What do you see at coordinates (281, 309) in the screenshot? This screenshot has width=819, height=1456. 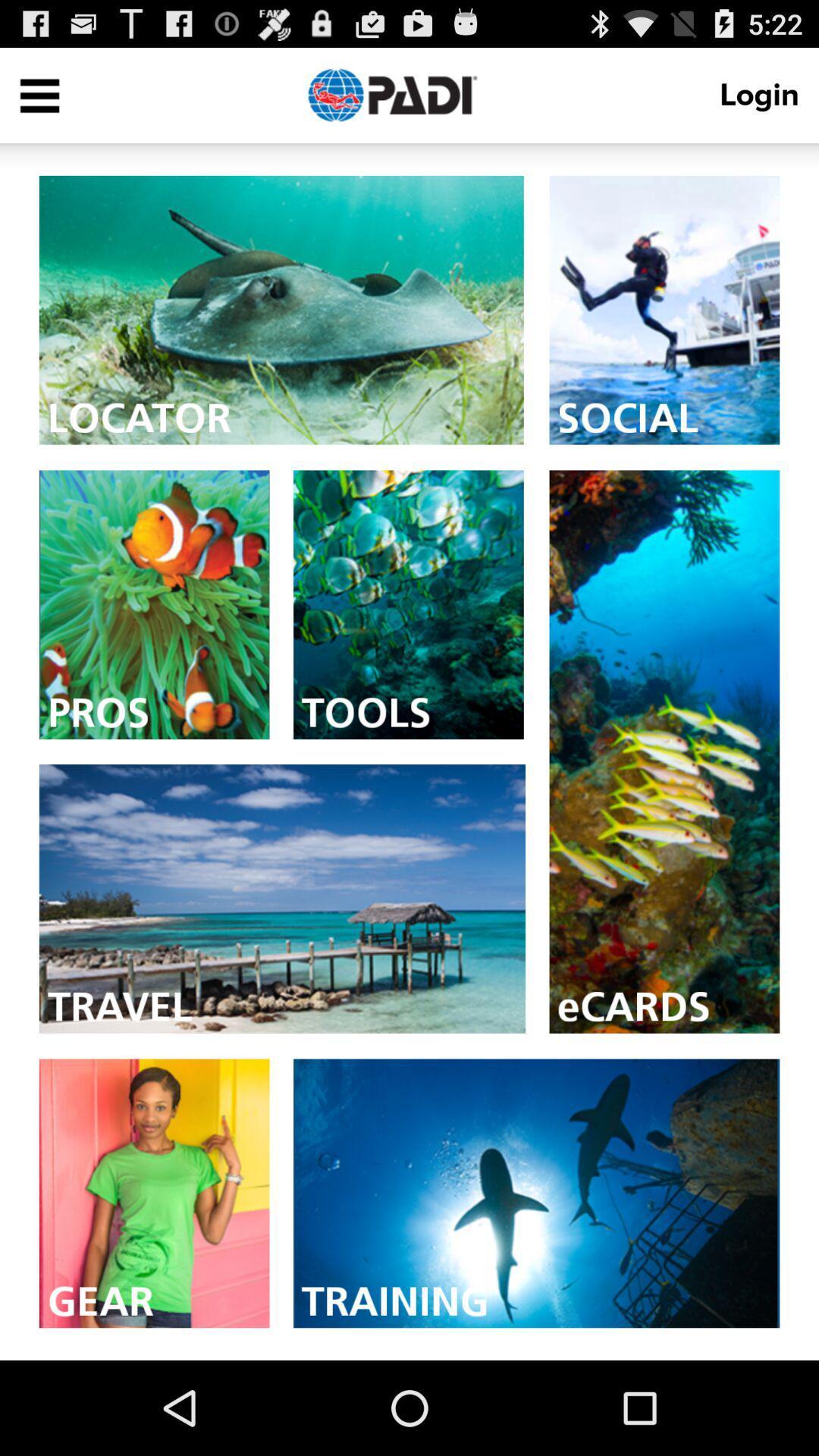 I see `access the locator` at bounding box center [281, 309].